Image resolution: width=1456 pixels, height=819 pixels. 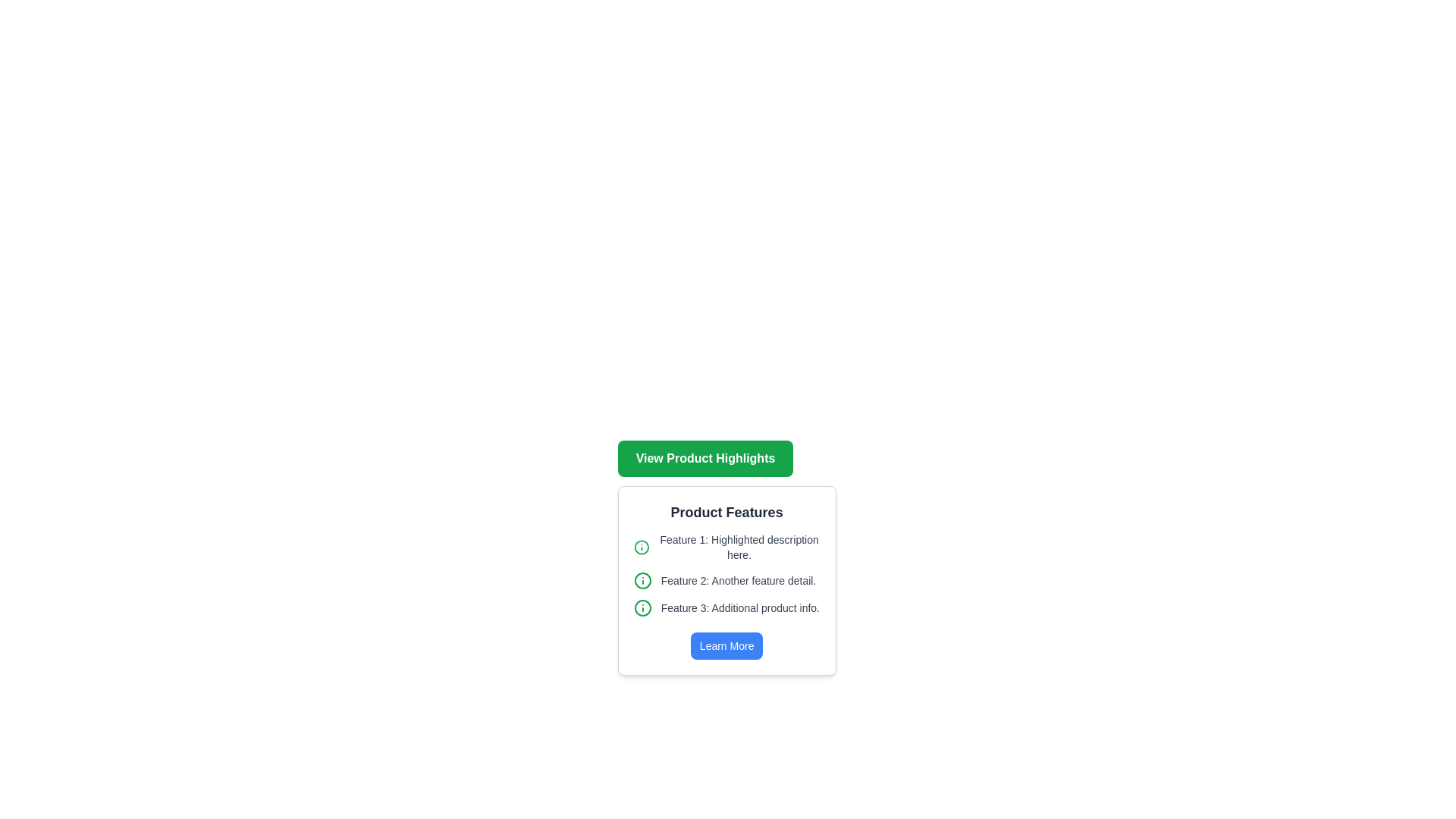 What do you see at coordinates (740, 607) in the screenshot?
I see `the static text that provides descriptive information about the third product feature, which is located within a white card layout and is the third item in a vertically arranged list of product features` at bounding box center [740, 607].